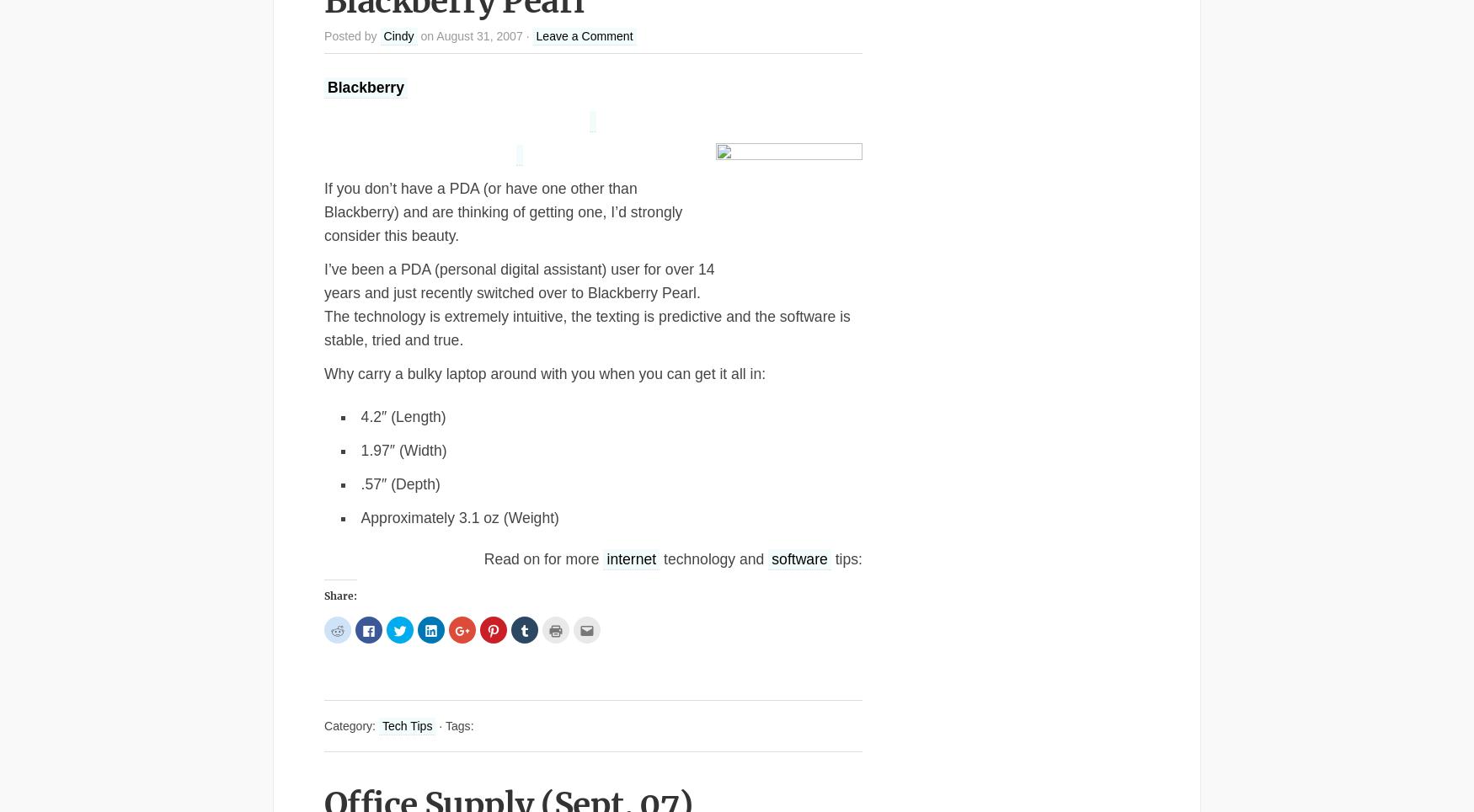 This screenshot has height=812, width=1474. I want to click on '(Width)', so click(421, 451).